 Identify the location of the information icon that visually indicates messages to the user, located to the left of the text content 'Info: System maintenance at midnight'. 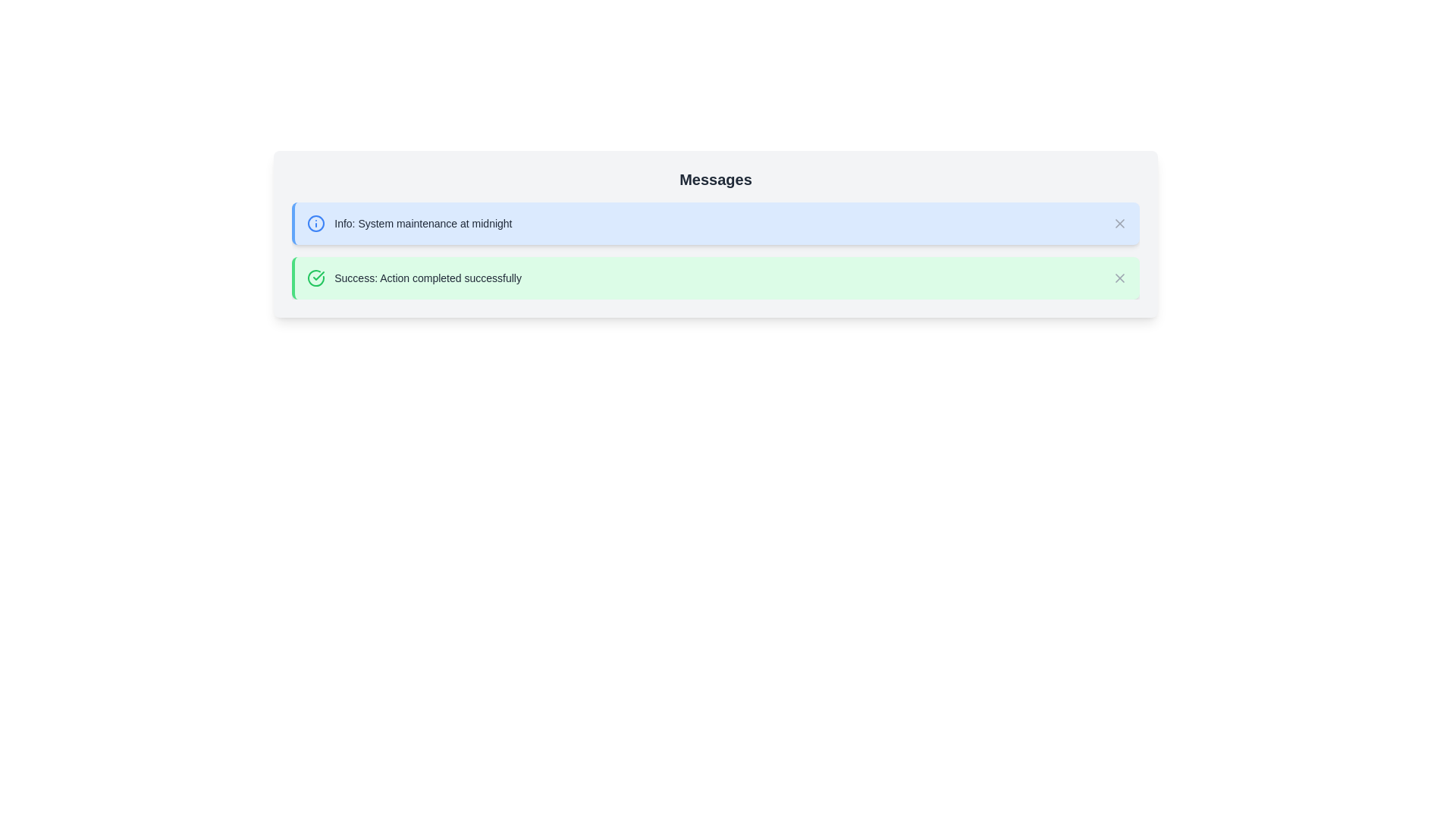
(315, 223).